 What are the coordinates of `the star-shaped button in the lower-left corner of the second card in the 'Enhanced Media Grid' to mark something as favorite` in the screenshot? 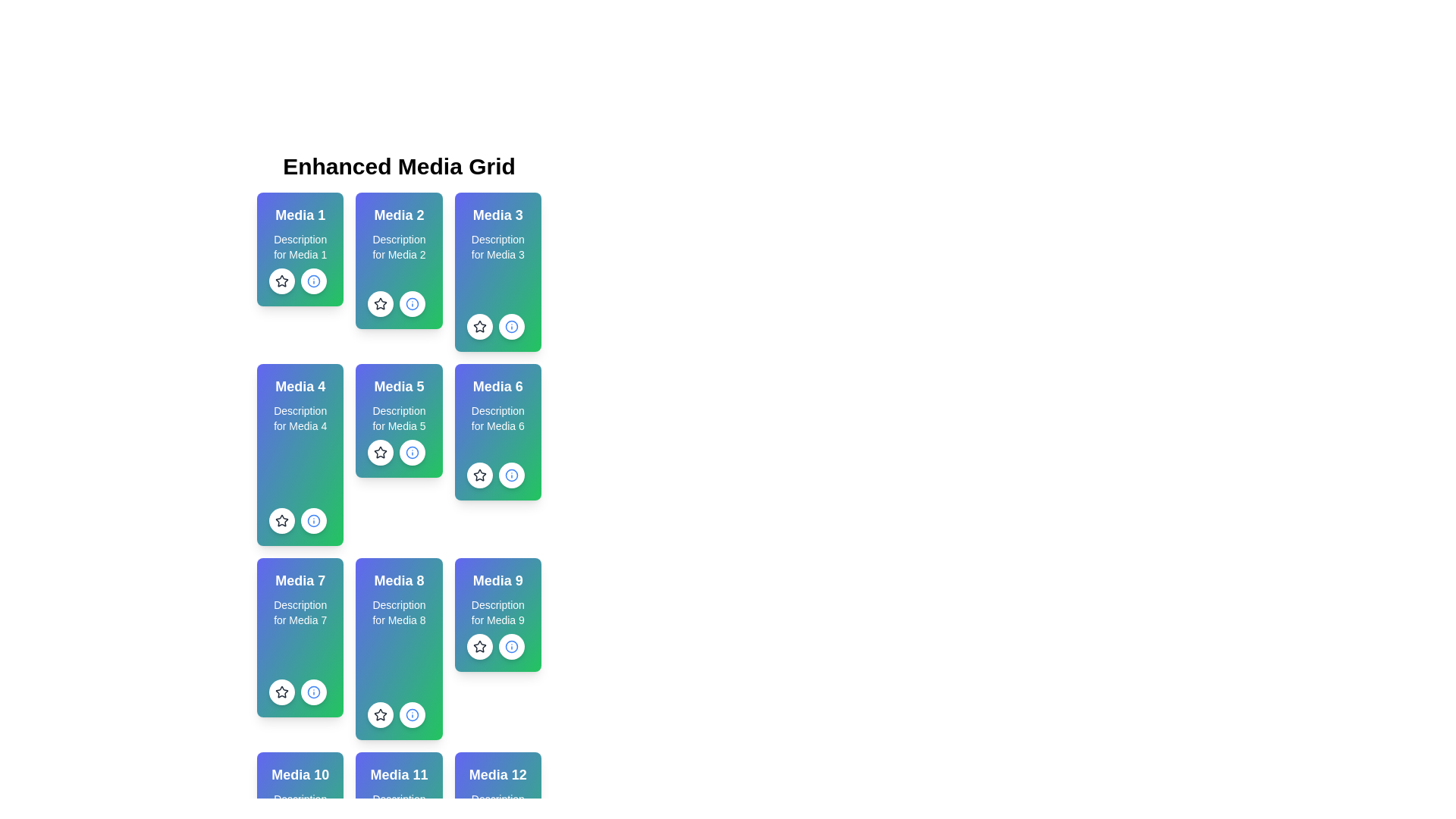 It's located at (381, 304).